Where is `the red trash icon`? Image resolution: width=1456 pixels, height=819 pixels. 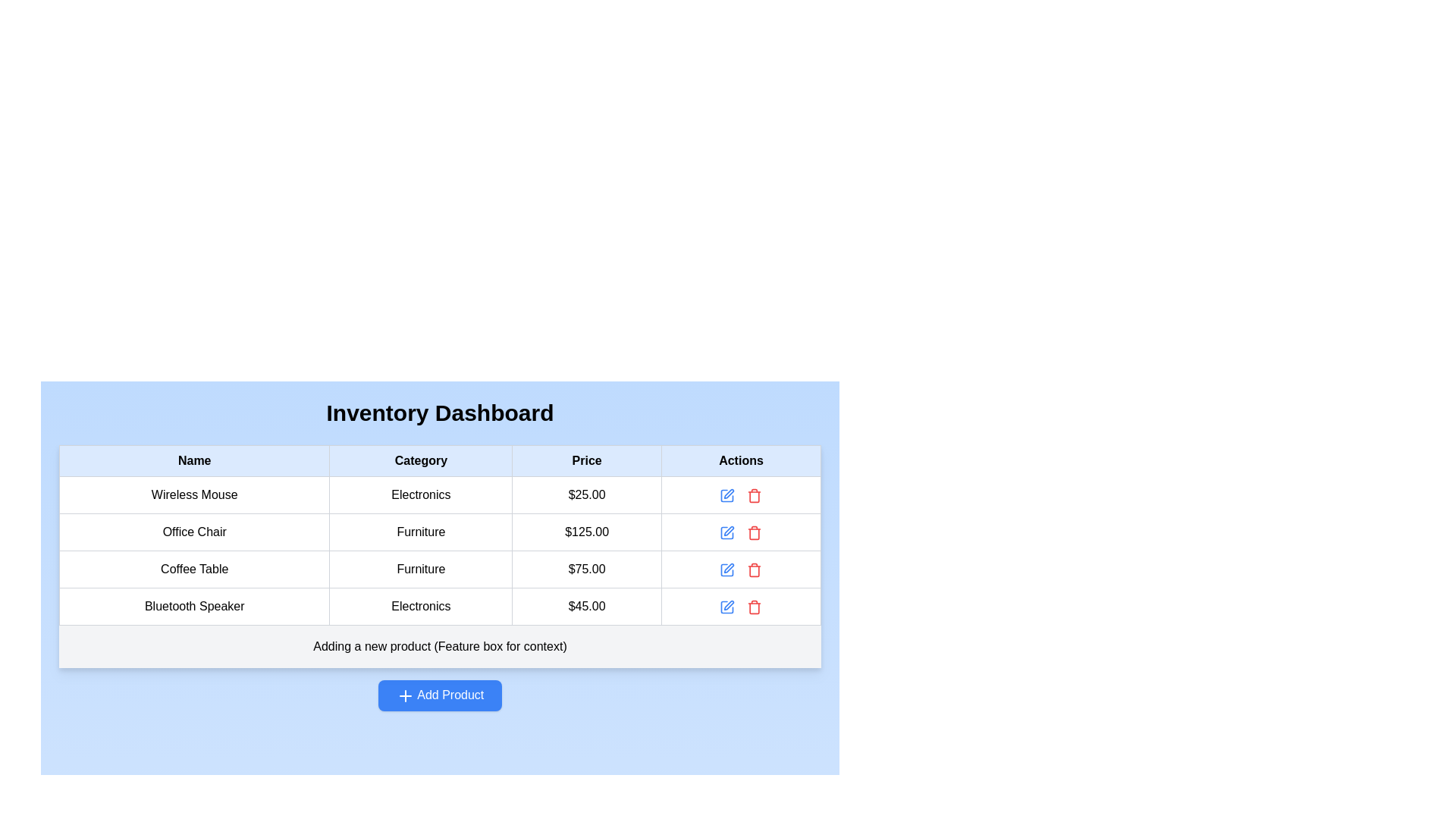
the red trash icon is located at coordinates (755, 570).